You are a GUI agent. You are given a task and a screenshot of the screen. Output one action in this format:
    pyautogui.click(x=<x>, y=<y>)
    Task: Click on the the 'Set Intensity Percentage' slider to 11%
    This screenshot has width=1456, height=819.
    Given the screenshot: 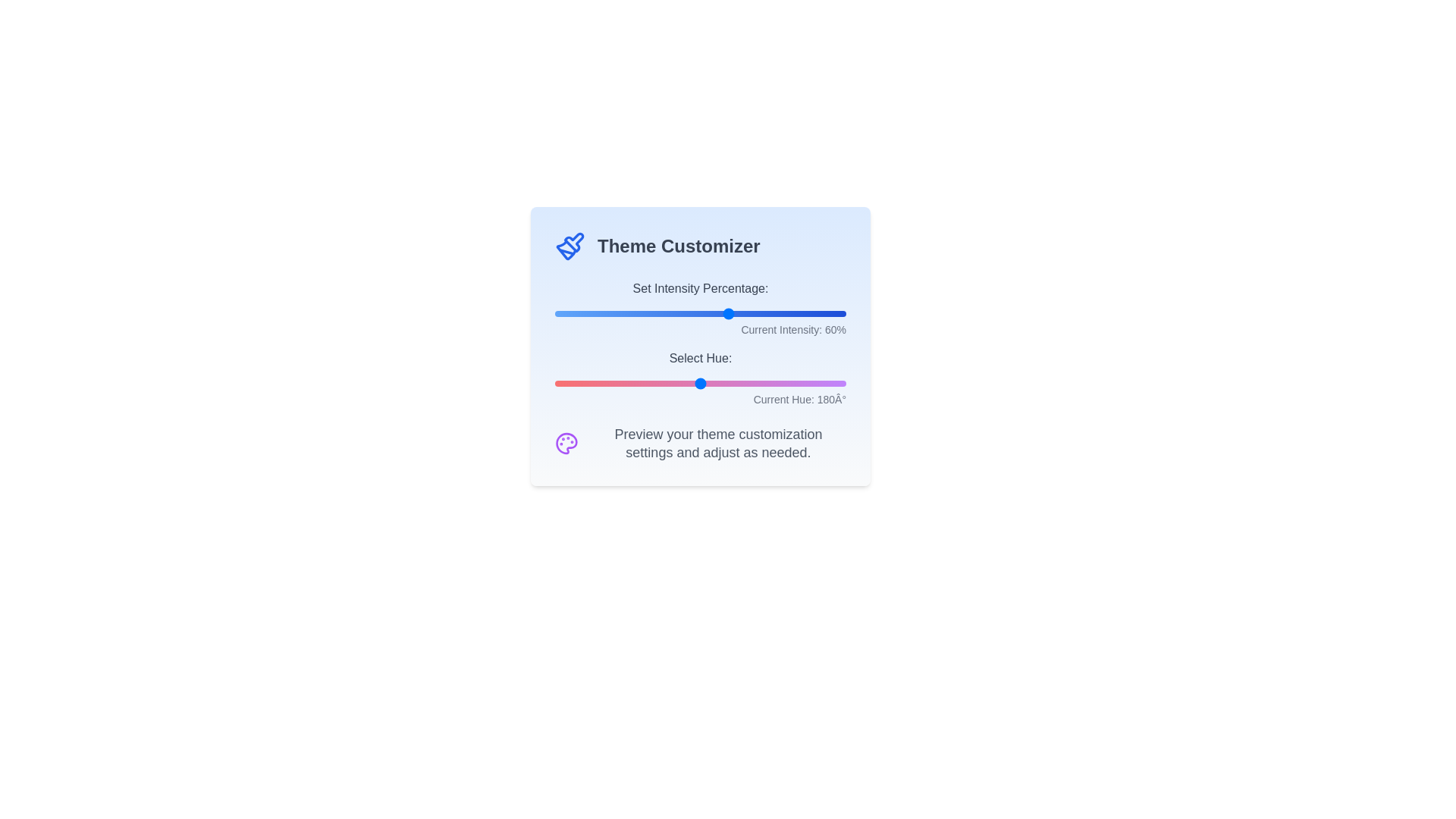 What is the action you would take?
    pyautogui.click(x=586, y=312)
    